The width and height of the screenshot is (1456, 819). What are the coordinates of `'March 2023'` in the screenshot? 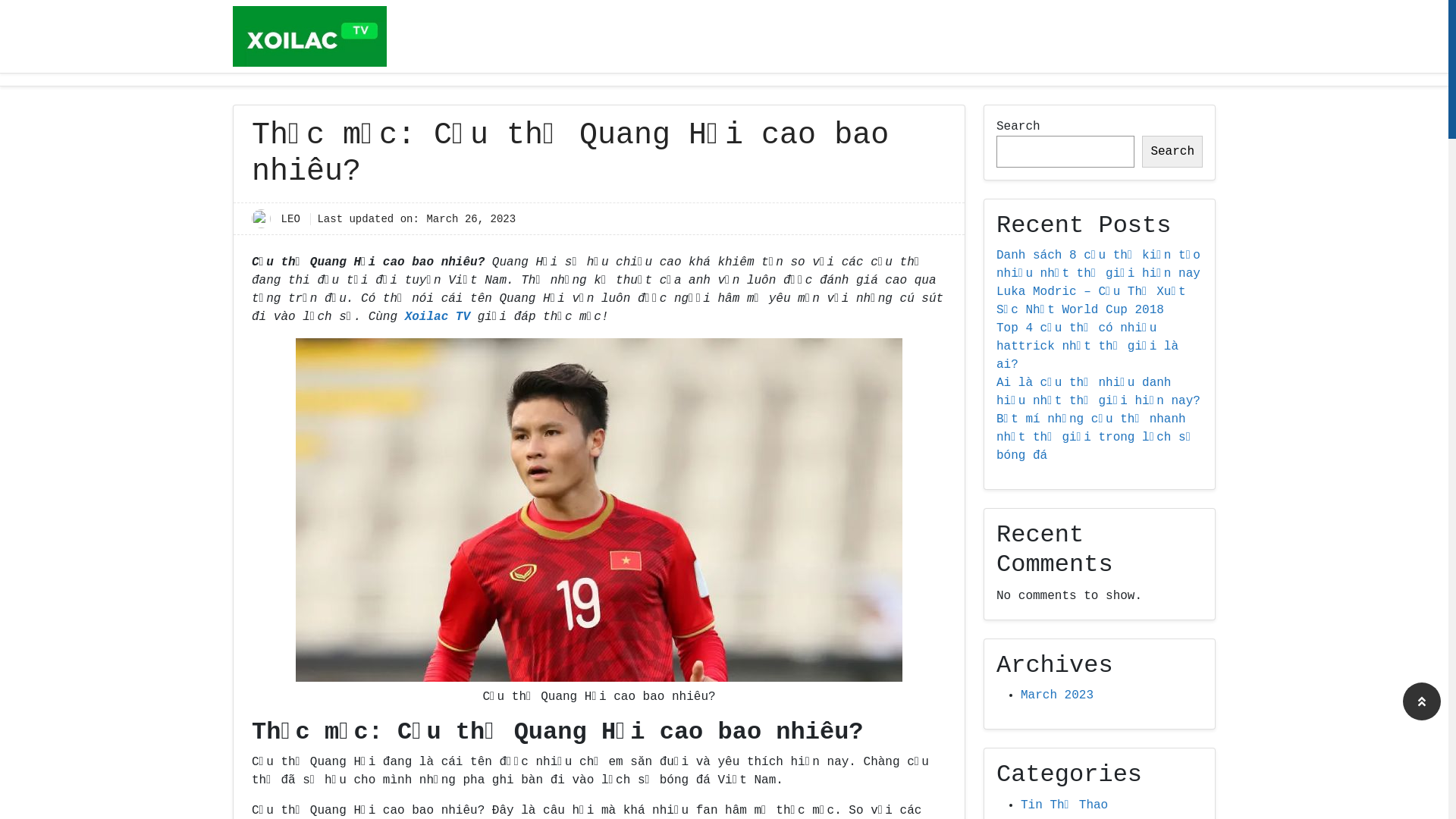 It's located at (1056, 695).